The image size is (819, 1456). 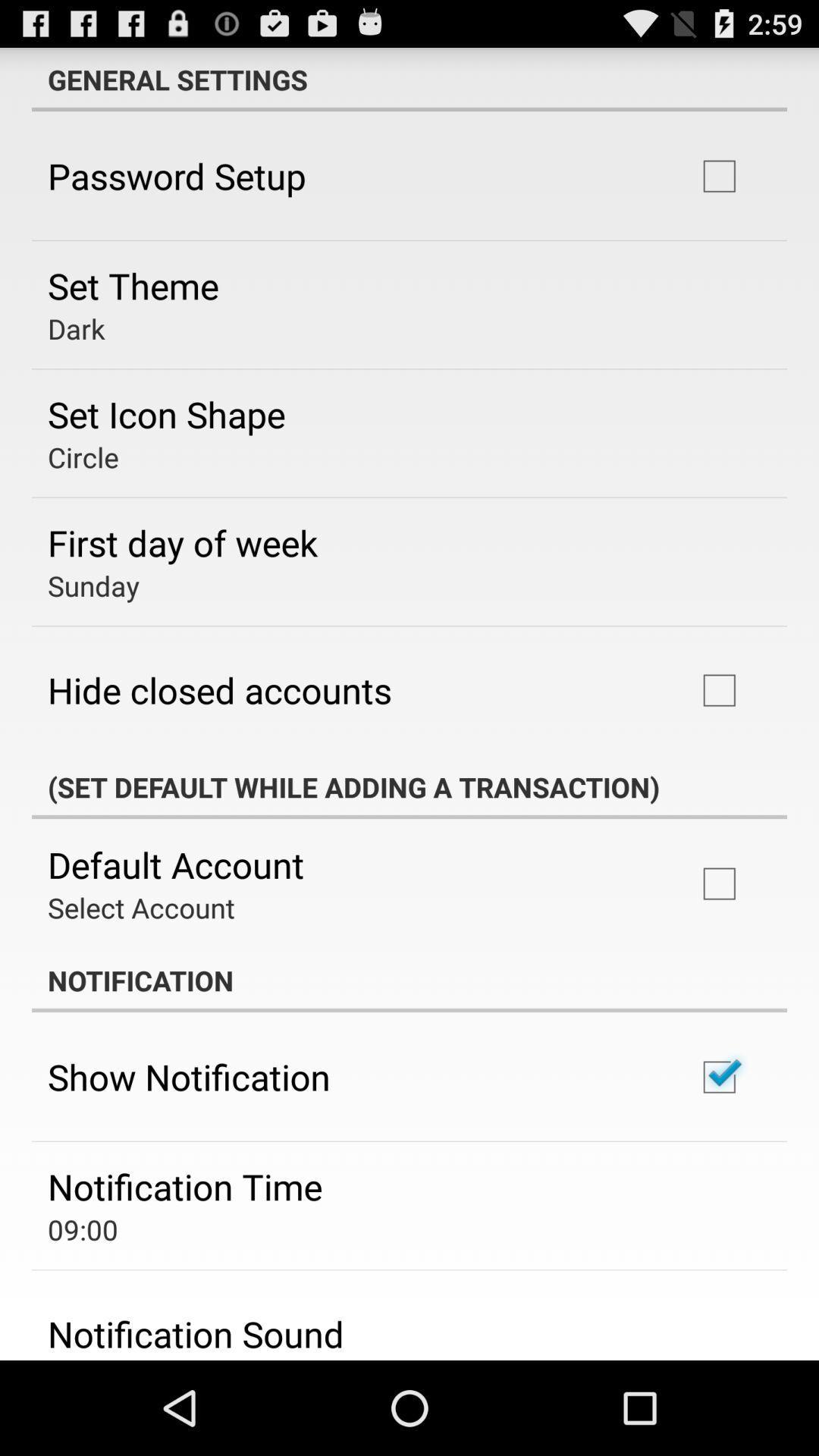 What do you see at coordinates (182, 542) in the screenshot?
I see `item below circle` at bounding box center [182, 542].